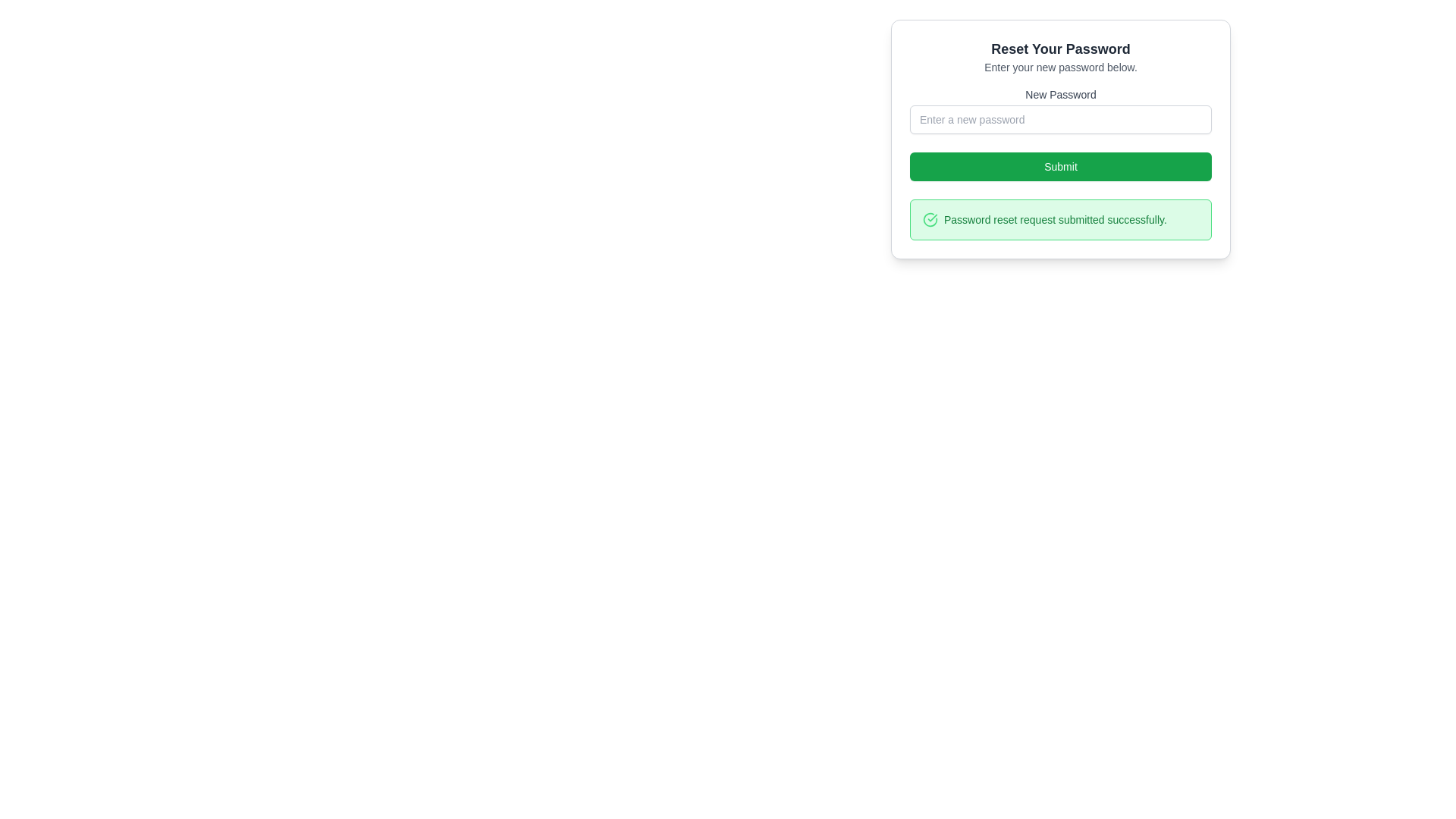 The height and width of the screenshot is (819, 1456). What do you see at coordinates (930, 219) in the screenshot?
I see `the green circular icon with a check mark inside, which is located to the left of the success message 'Password reset request submitted successfully.'` at bounding box center [930, 219].